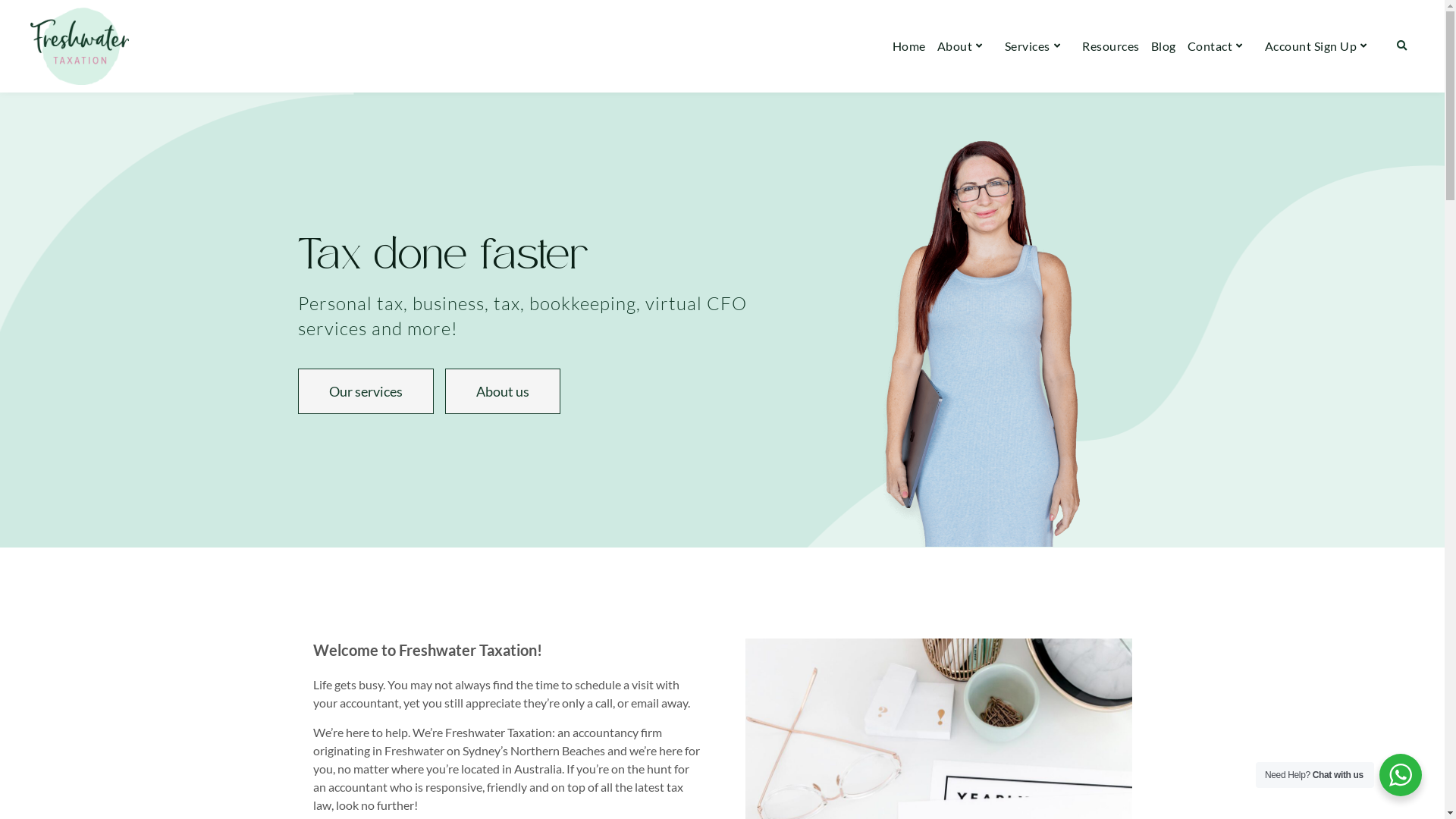  What do you see at coordinates (502, 391) in the screenshot?
I see `'About us'` at bounding box center [502, 391].